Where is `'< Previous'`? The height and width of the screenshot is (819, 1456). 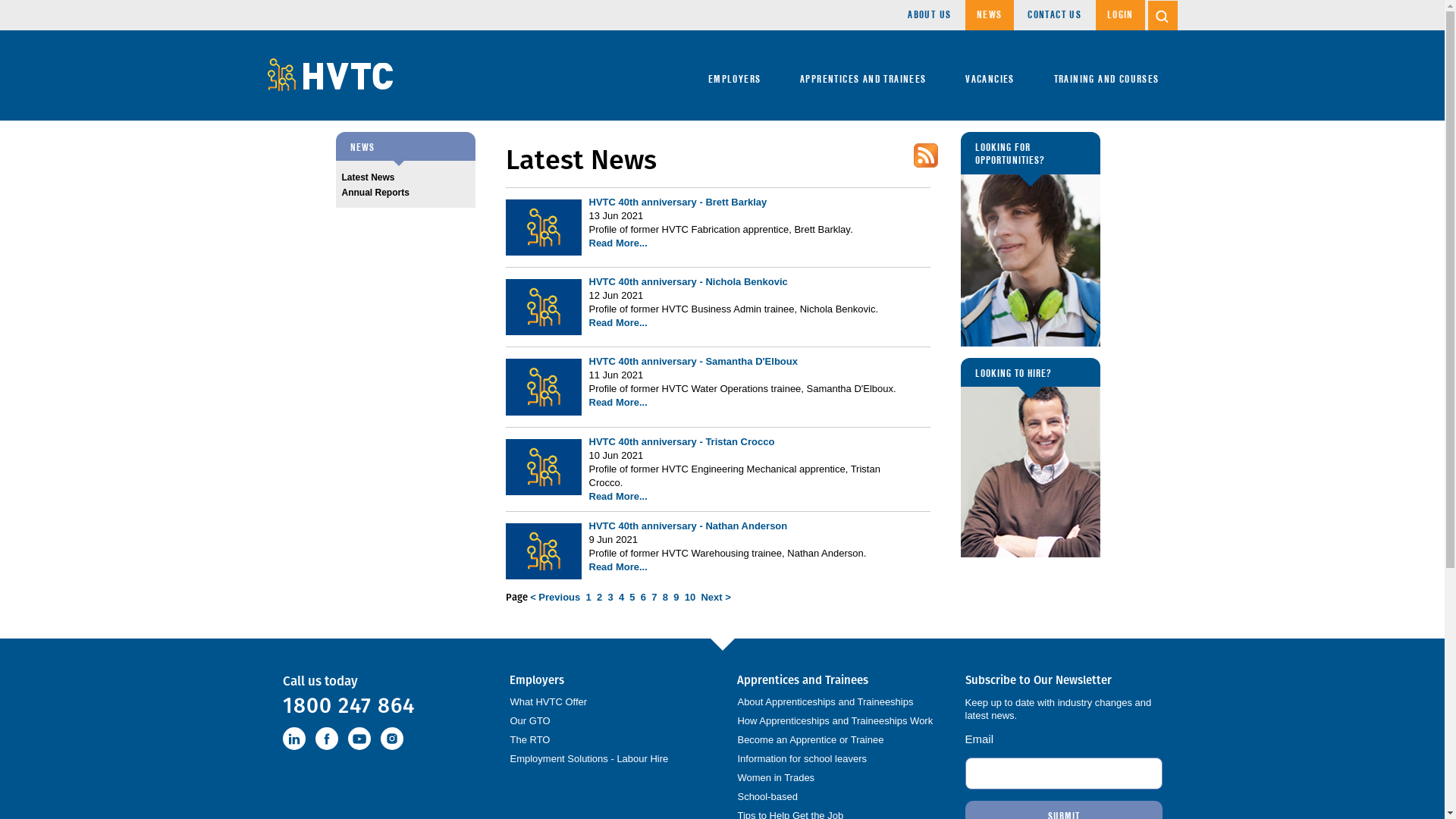 '< Previous' is located at coordinates (554, 596).